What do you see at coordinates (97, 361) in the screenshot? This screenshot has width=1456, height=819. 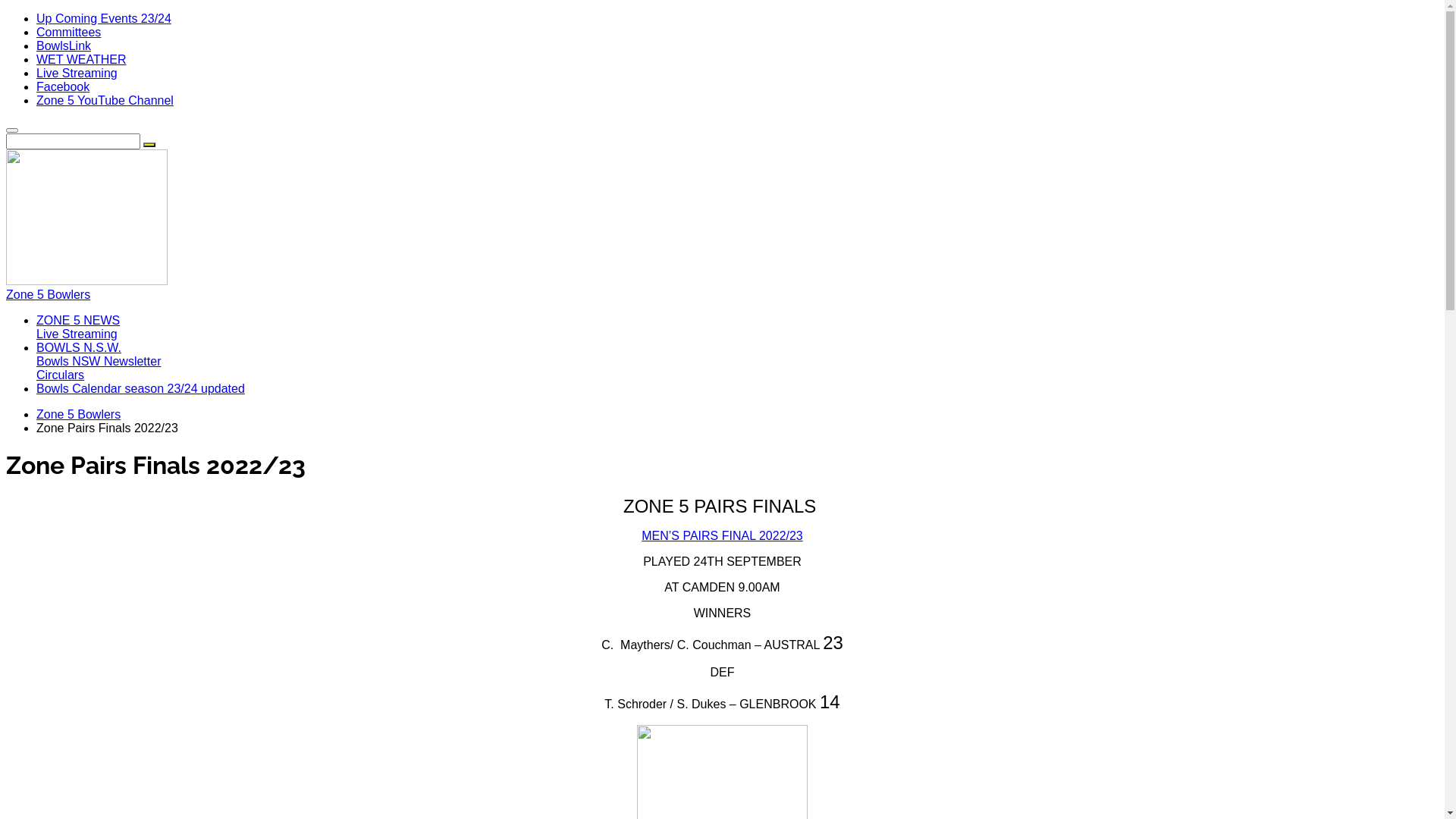 I see `'Bowls NSW Newsletter'` at bounding box center [97, 361].